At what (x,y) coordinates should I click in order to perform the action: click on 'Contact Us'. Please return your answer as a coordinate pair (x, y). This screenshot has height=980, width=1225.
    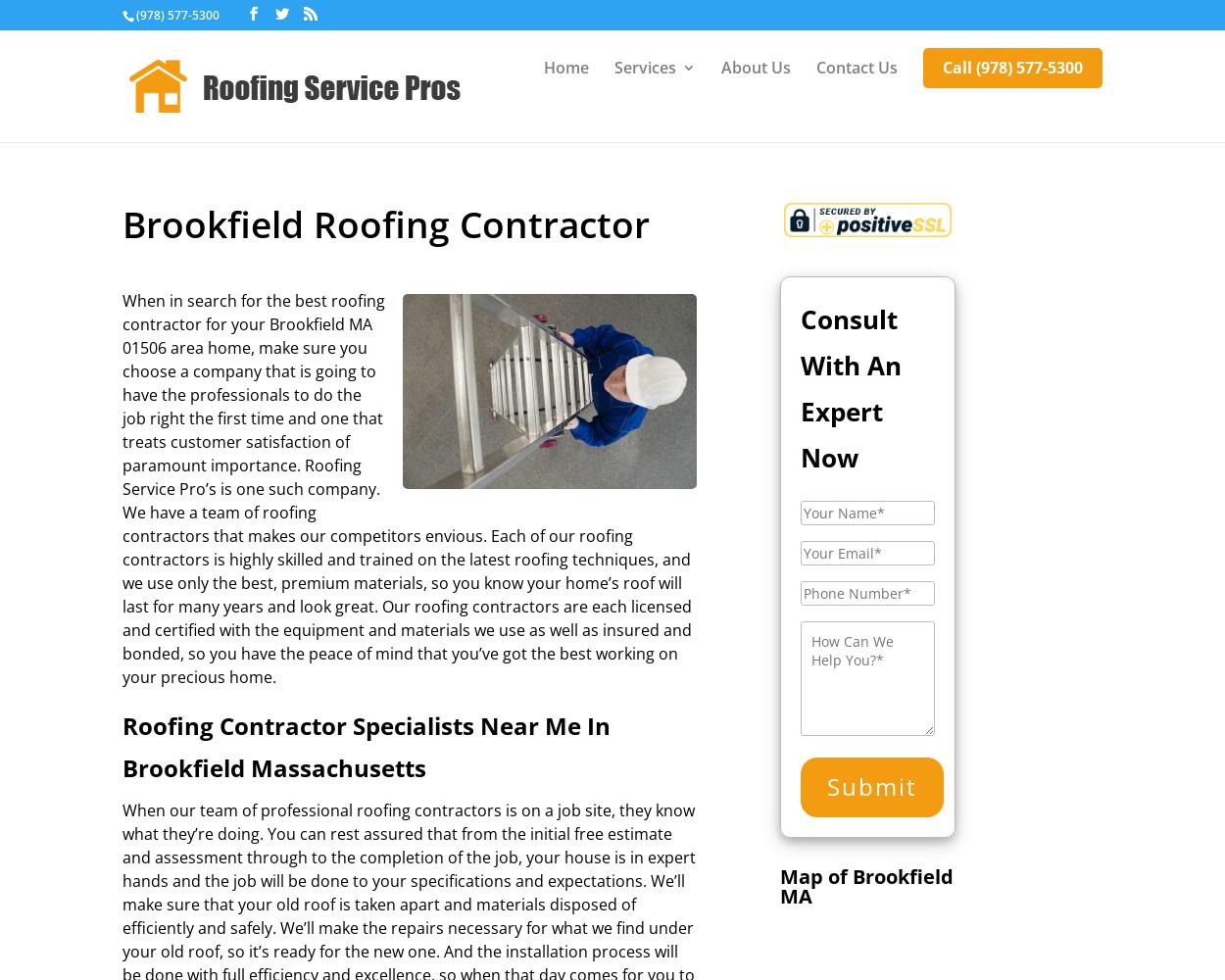
    Looking at the image, I should click on (856, 67).